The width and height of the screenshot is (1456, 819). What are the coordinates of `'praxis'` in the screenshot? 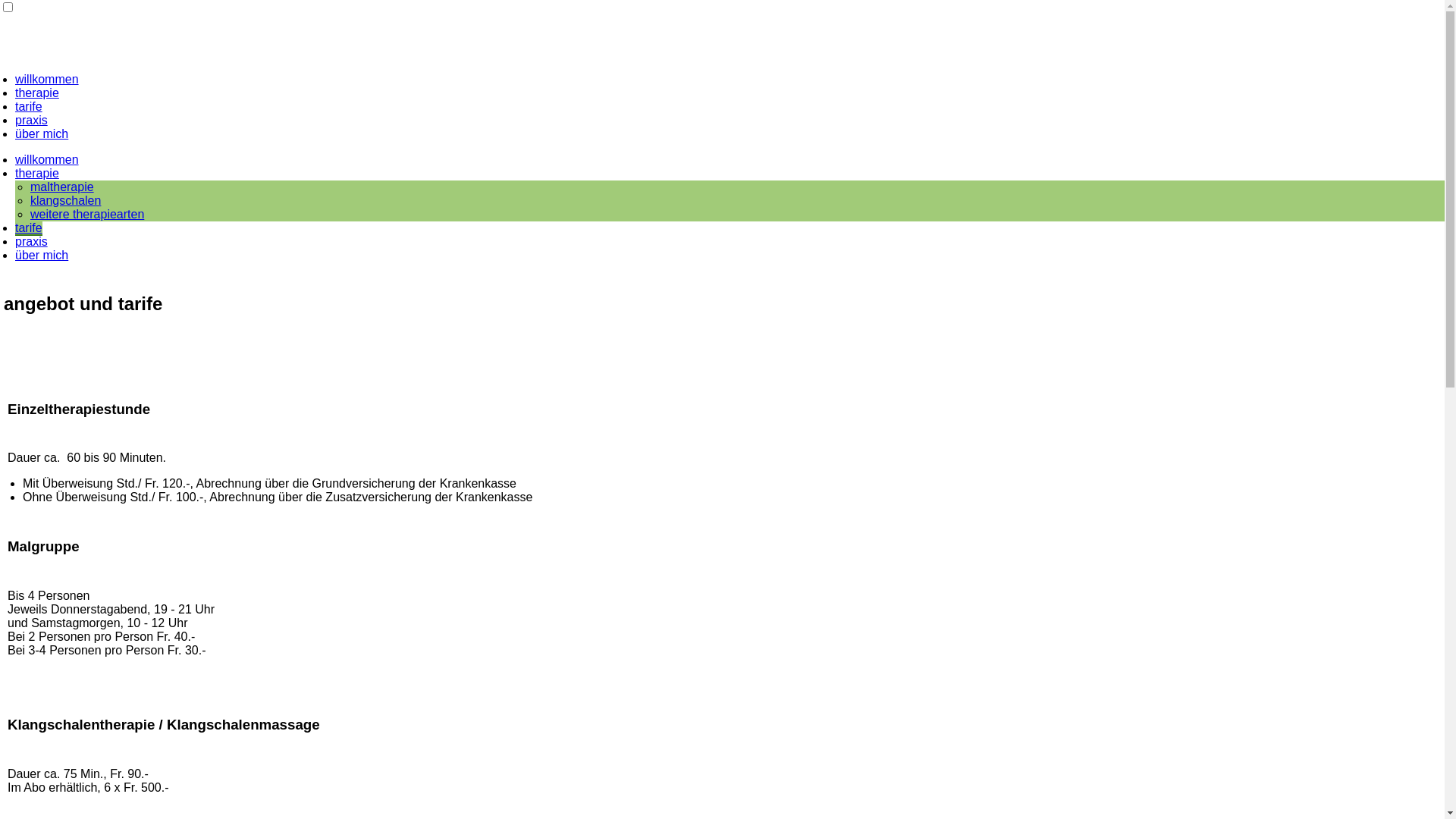 It's located at (31, 240).